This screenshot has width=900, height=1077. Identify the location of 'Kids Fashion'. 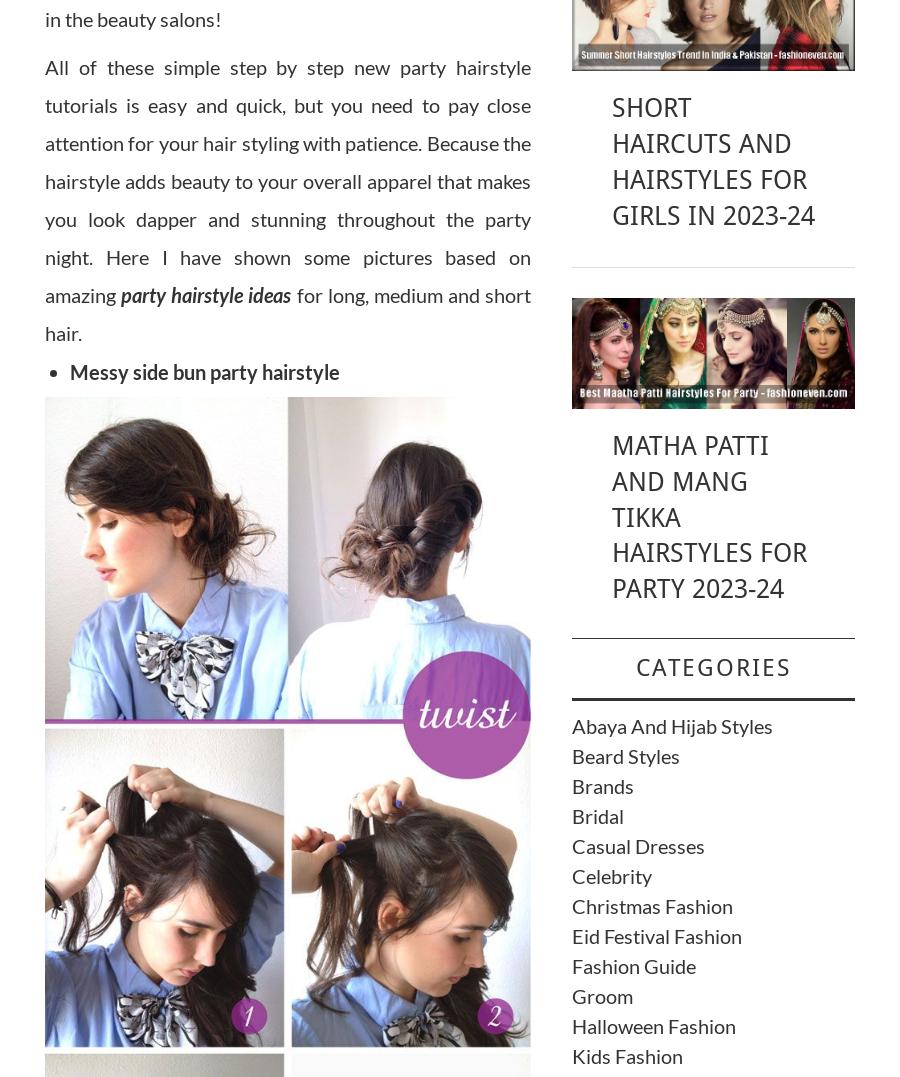
(626, 1055).